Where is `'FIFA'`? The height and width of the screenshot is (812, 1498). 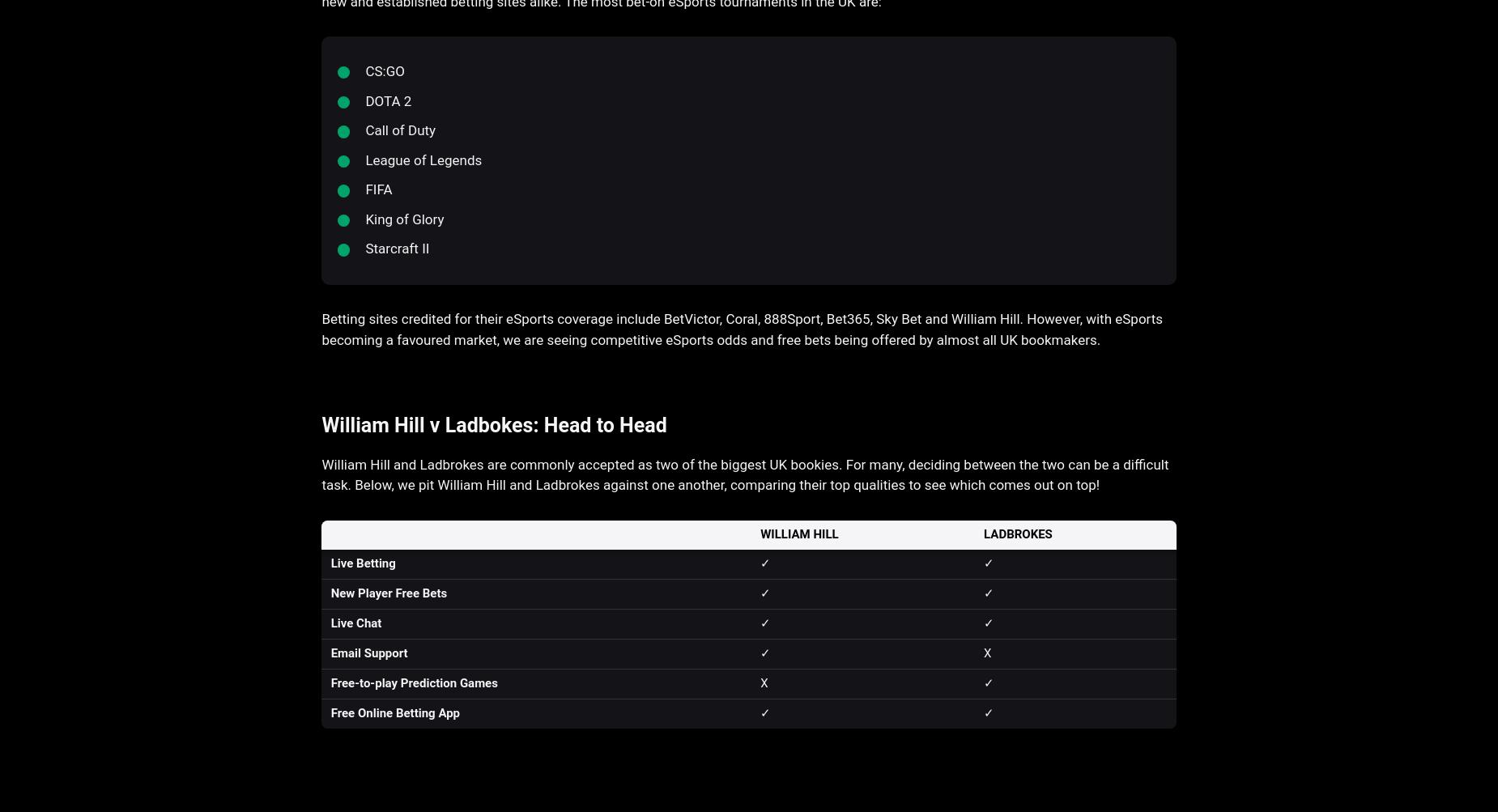 'FIFA' is located at coordinates (378, 189).